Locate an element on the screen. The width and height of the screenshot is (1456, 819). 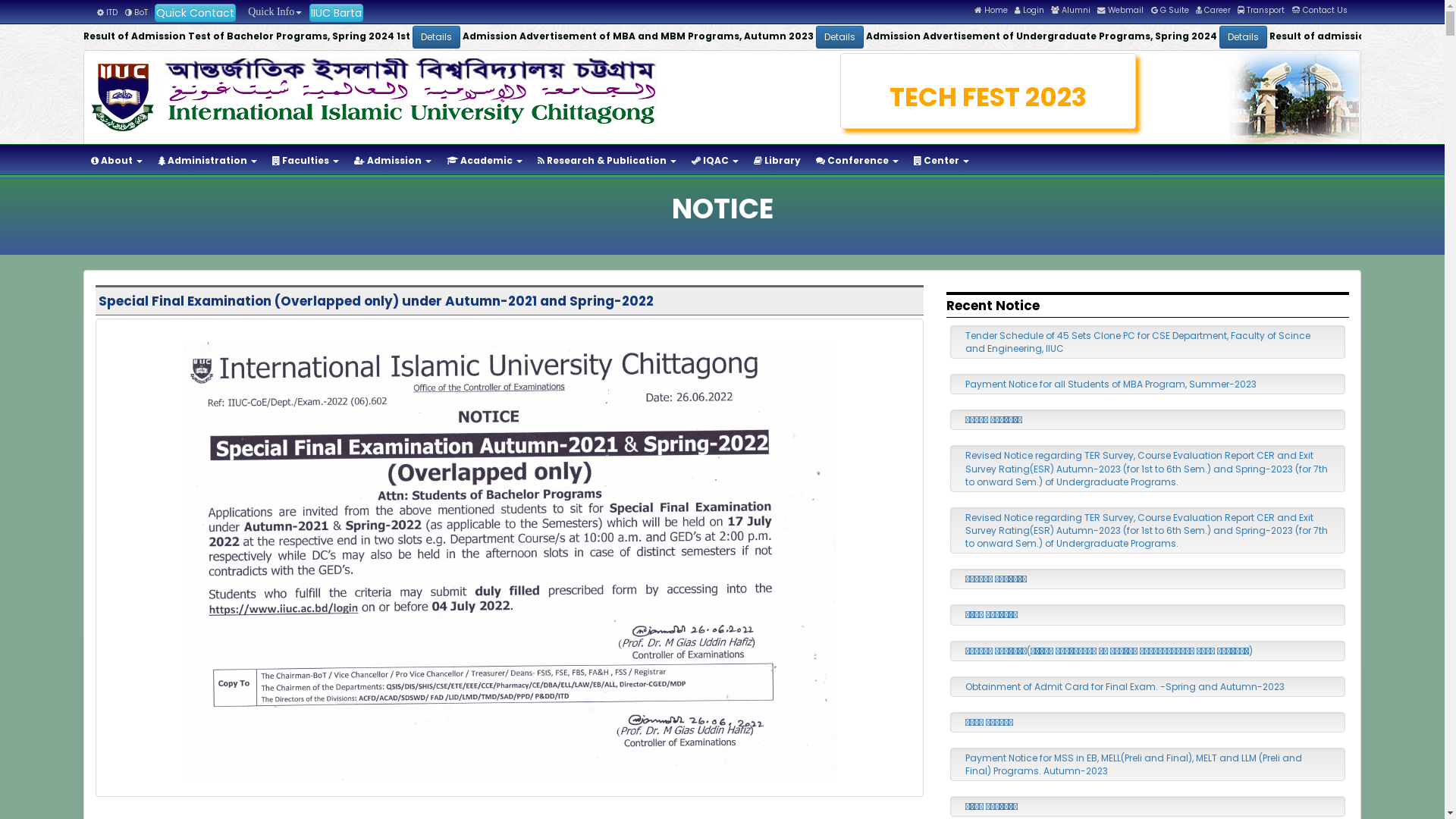
'Conference' is located at coordinates (857, 161).